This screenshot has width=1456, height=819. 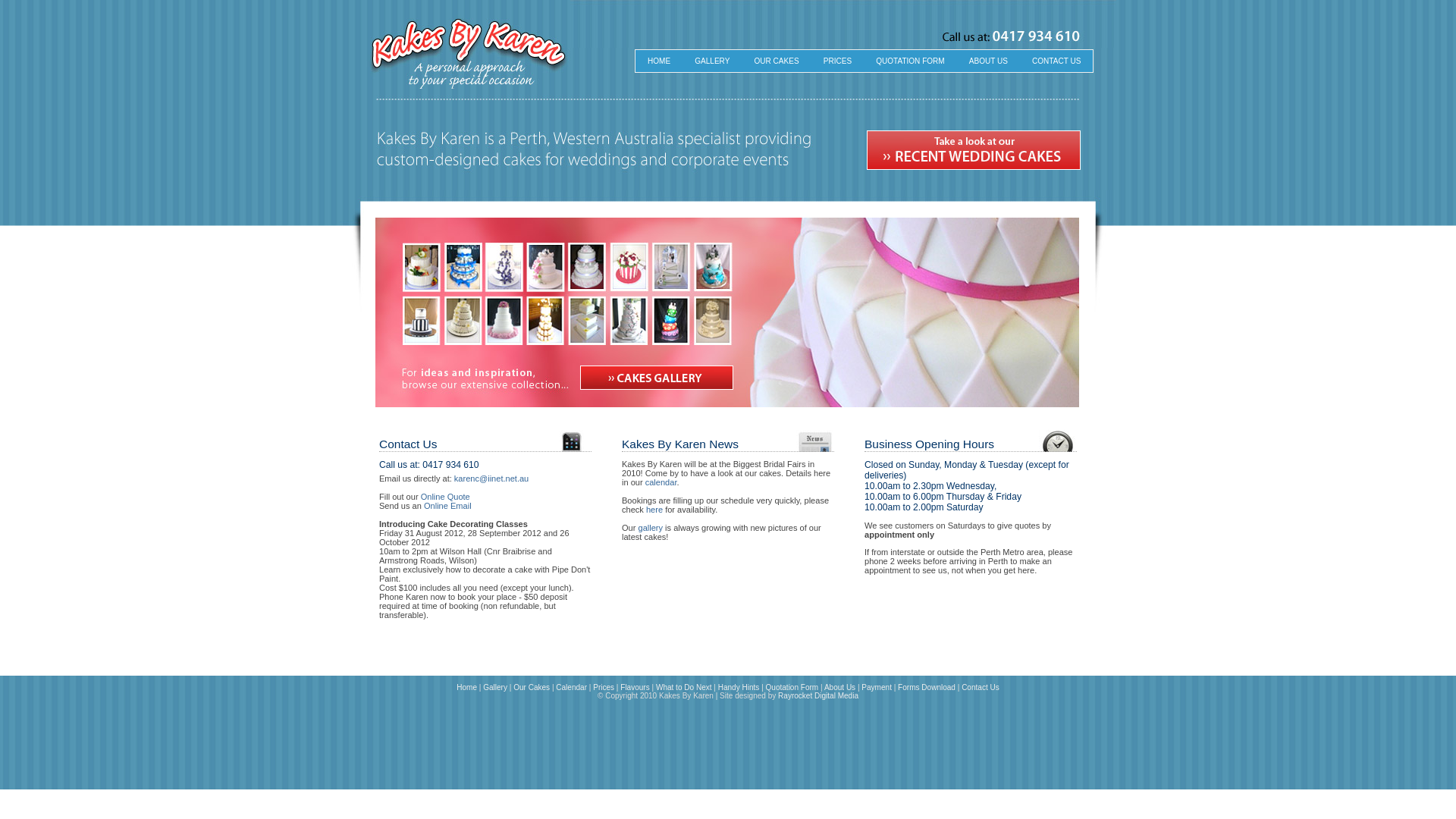 What do you see at coordinates (658, 60) in the screenshot?
I see `'HOME'` at bounding box center [658, 60].